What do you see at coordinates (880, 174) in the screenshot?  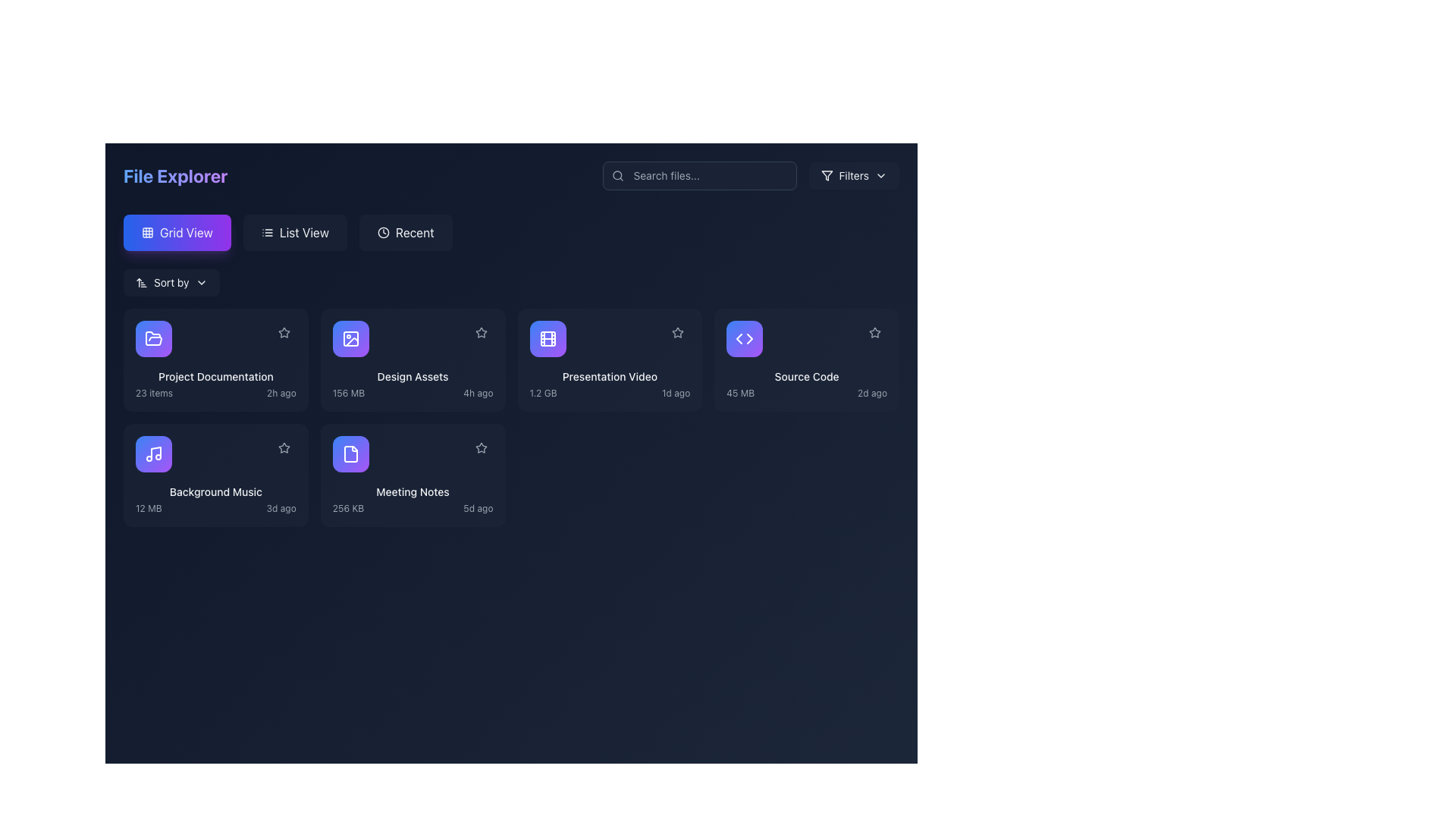 I see `the chevron icon that indicates the dropdown menu associated with the 'Filters' button, located at the right end of the search bar` at bounding box center [880, 174].